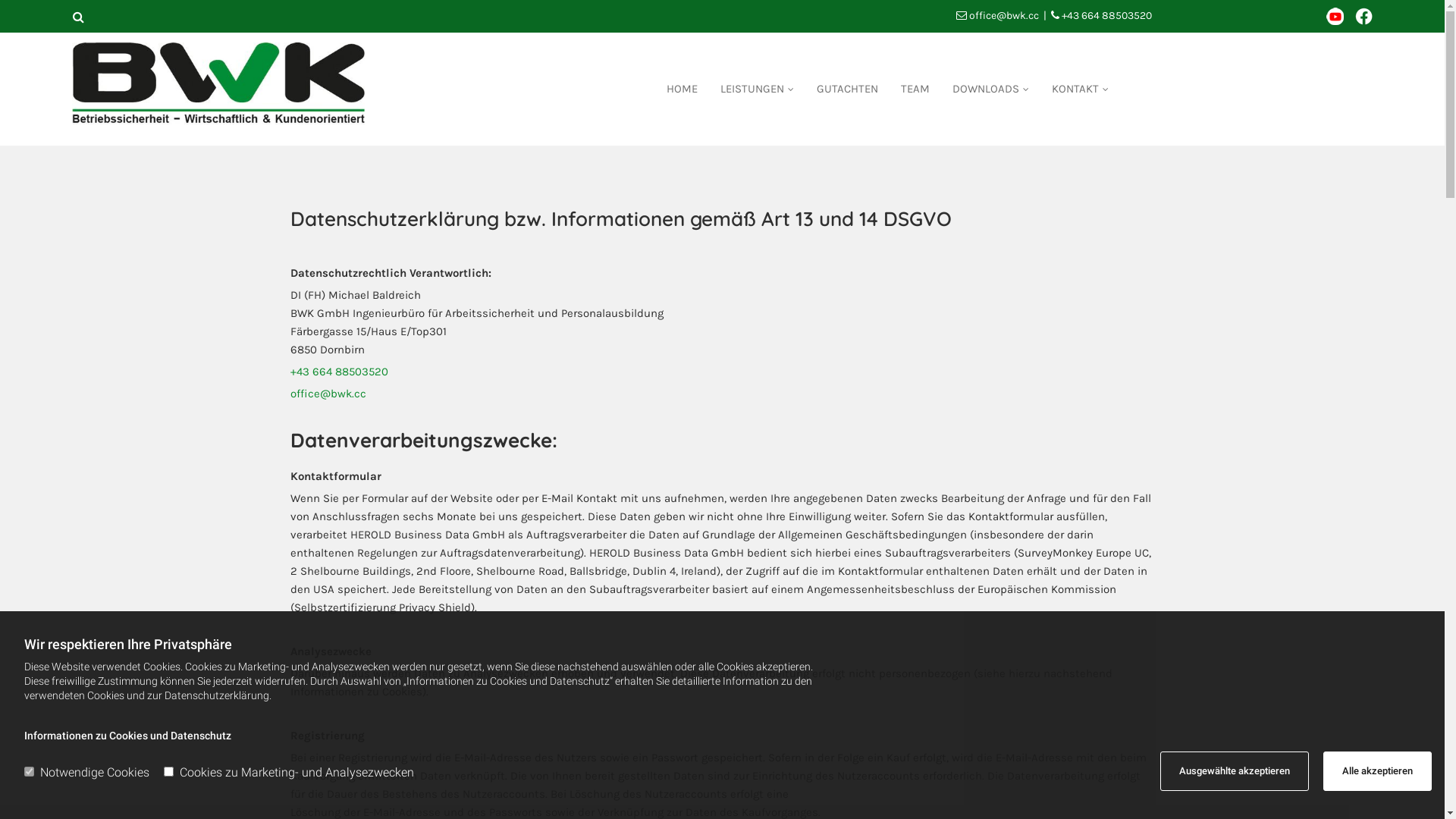 The image size is (1456, 819). Describe the element at coordinates (990, 88) in the screenshot. I see `'DOWNLOADS'` at that location.